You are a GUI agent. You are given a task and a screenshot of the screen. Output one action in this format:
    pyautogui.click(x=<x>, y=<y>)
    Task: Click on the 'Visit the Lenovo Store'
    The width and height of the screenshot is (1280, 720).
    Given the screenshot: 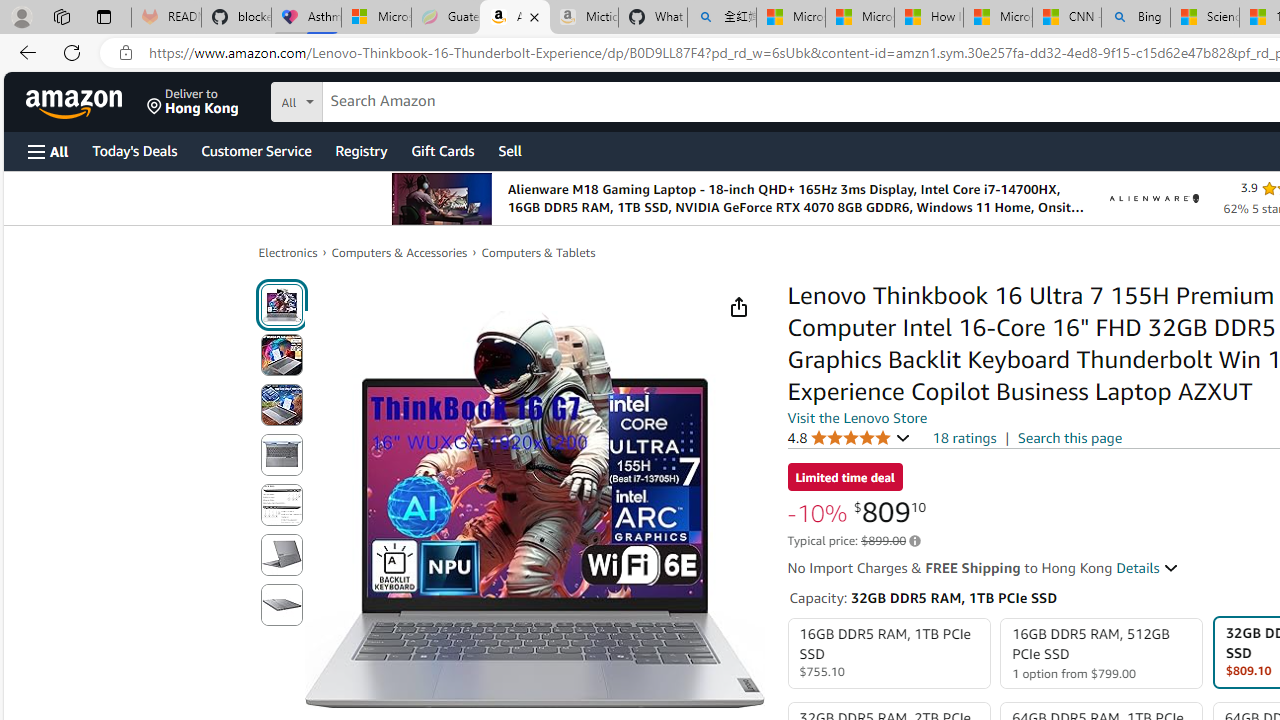 What is the action you would take?
    pyautogui.click(x=857, y=416)
    